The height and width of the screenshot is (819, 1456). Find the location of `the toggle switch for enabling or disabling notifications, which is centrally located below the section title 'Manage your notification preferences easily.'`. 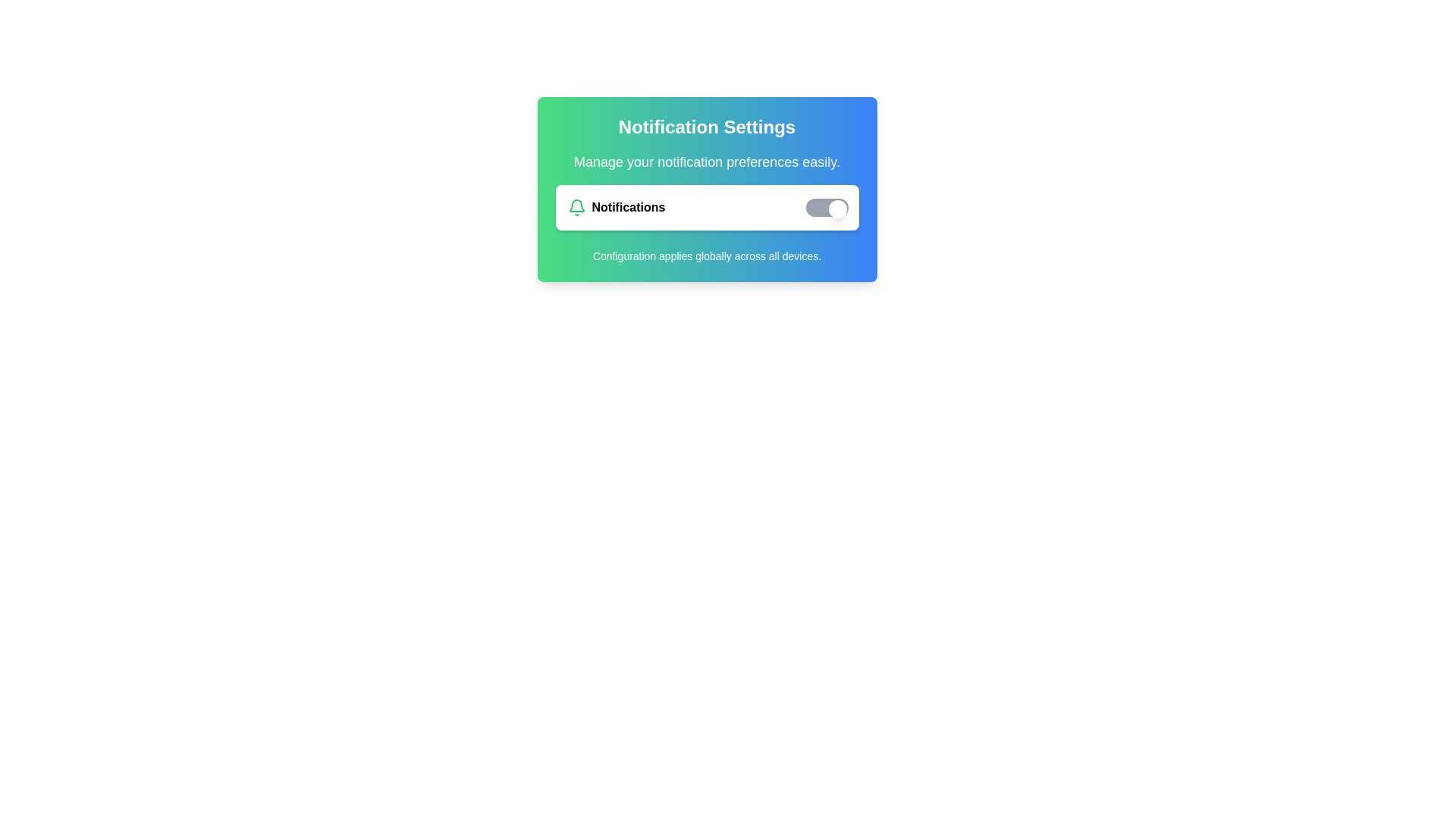

the toggle switch for enabling or disabling notifications, which is centrally located below the section title 'Manage your notification preferences easily.' is located at coordinates (706, 207).